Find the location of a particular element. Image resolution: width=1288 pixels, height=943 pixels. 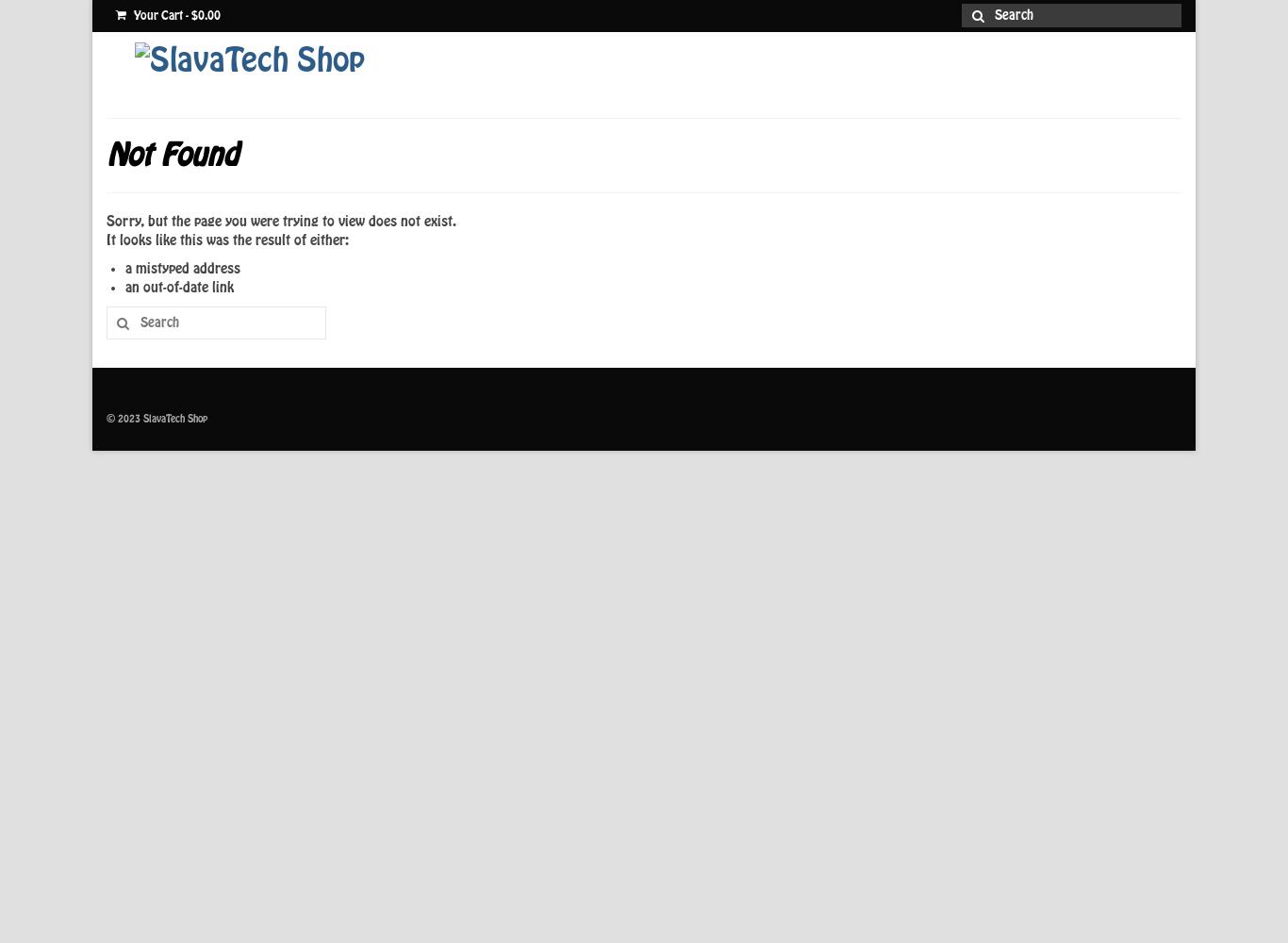

'Home' is located at coordinates (713, 73).